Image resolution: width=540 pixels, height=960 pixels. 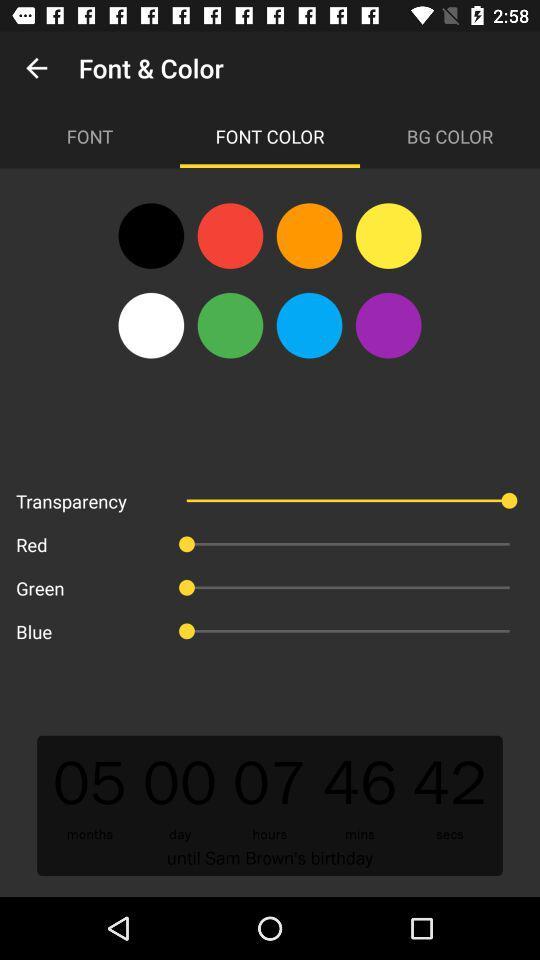 I want to click on the avatar icon, so click(x=388, y=325).